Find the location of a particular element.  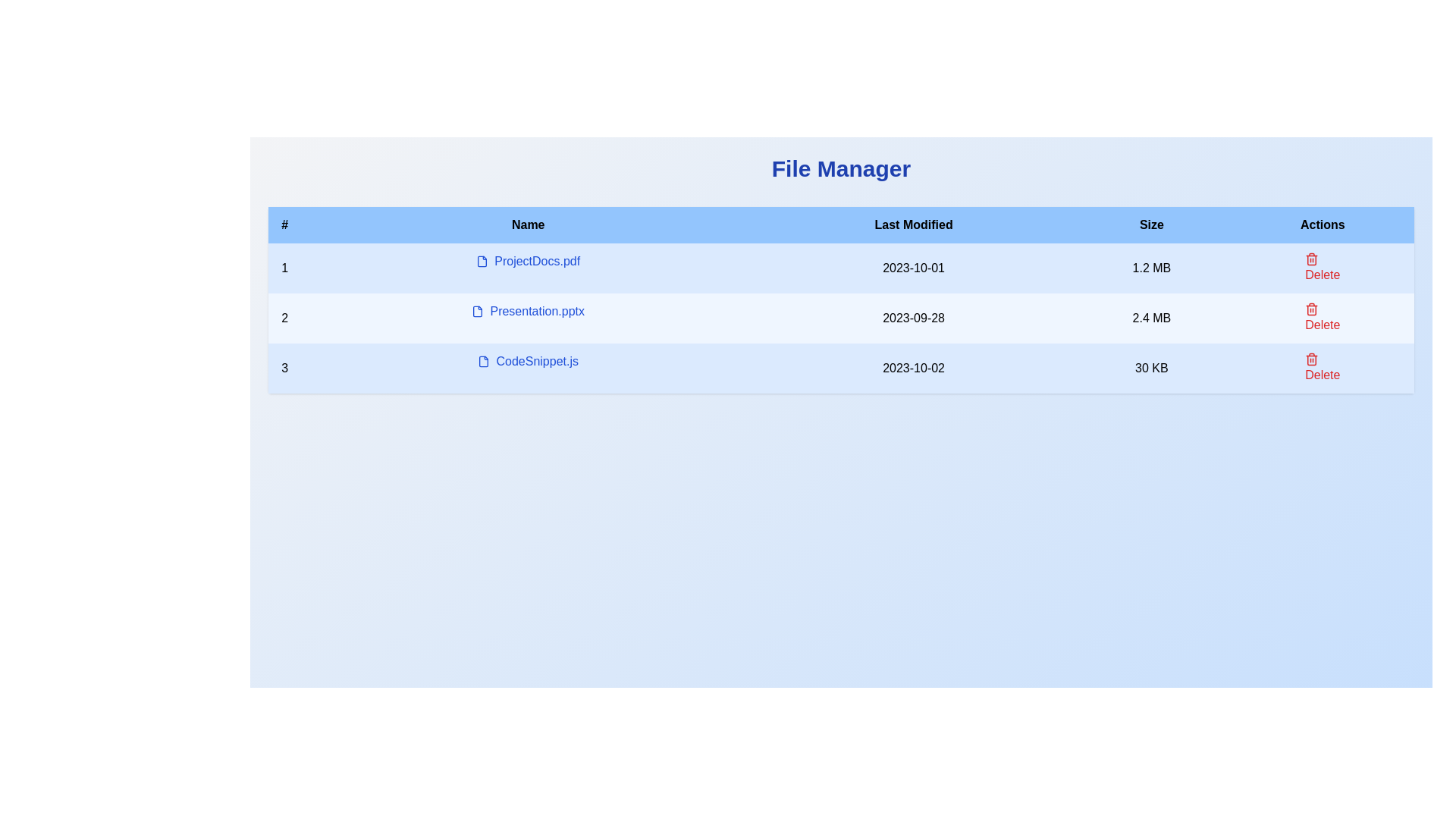

the text label element displaying '30 KB' in the 'Size' column of the last row is located at coordinates (1151, 369).